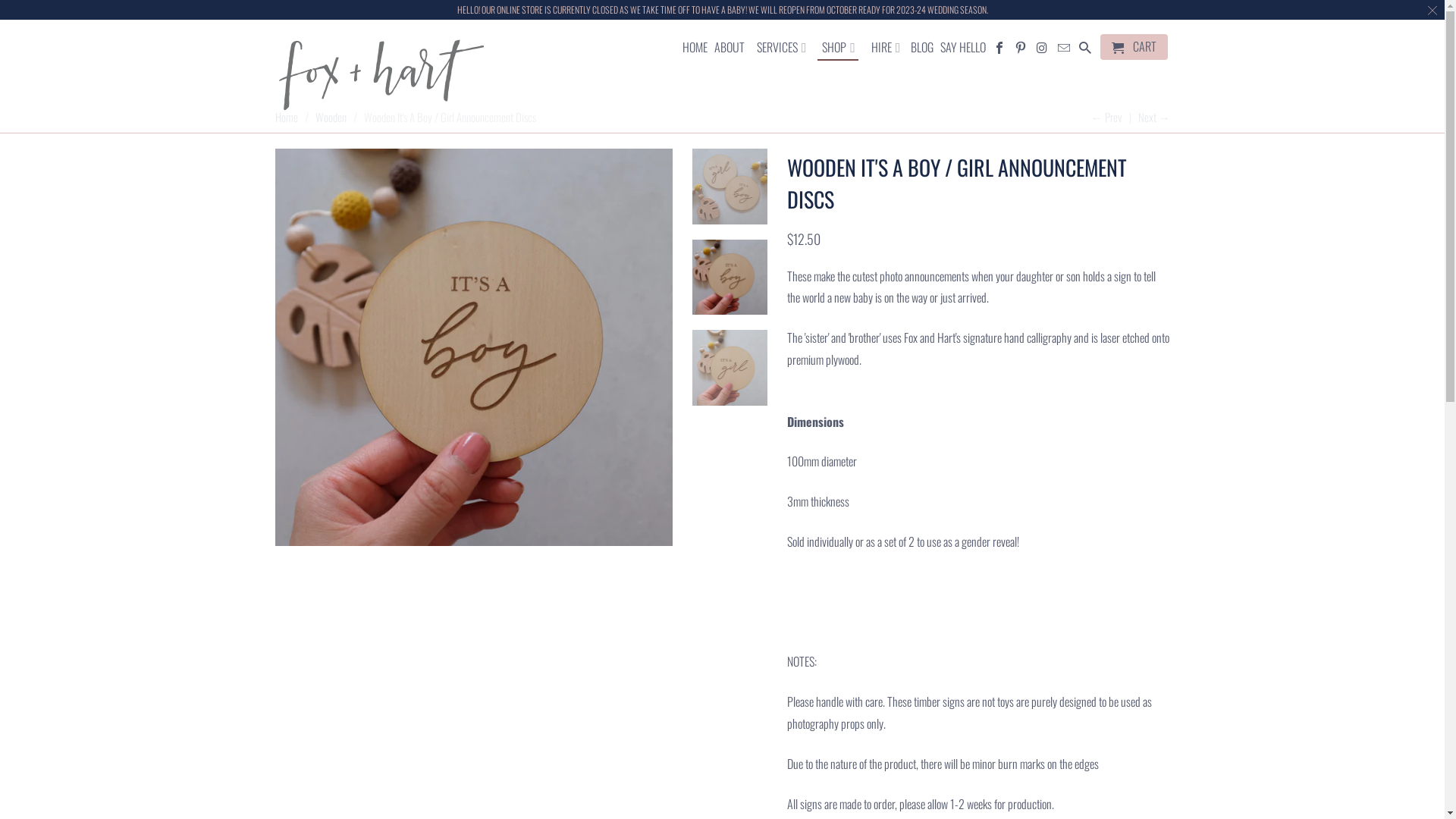 This screenshot has height=819, width=1456. What do you see at coordinates (1042, 49) in the screenshot?
I see `'Fox and Hart on Instagram'` at bounding box center [1042, 49].